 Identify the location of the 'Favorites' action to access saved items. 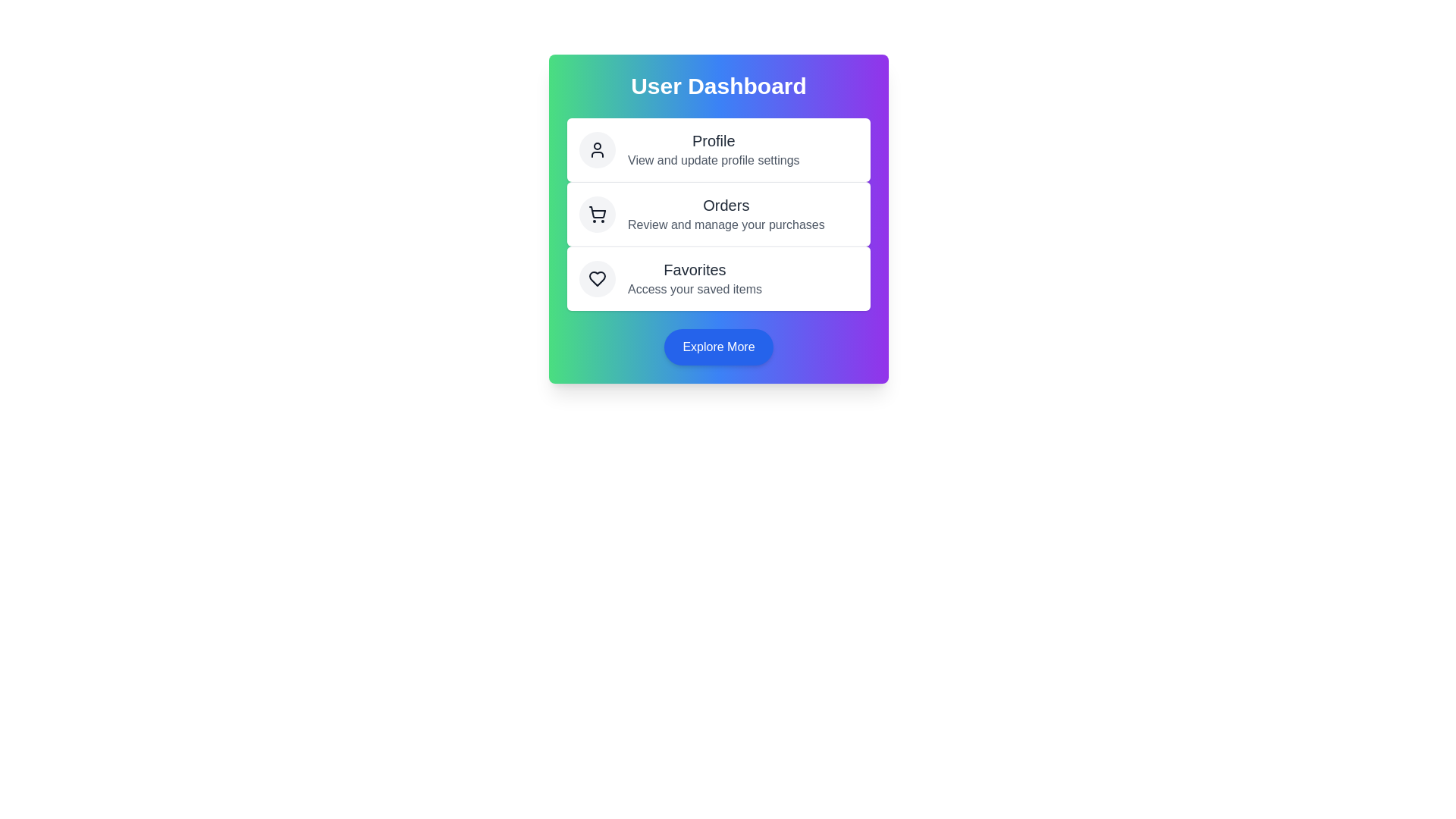
(718, 278).